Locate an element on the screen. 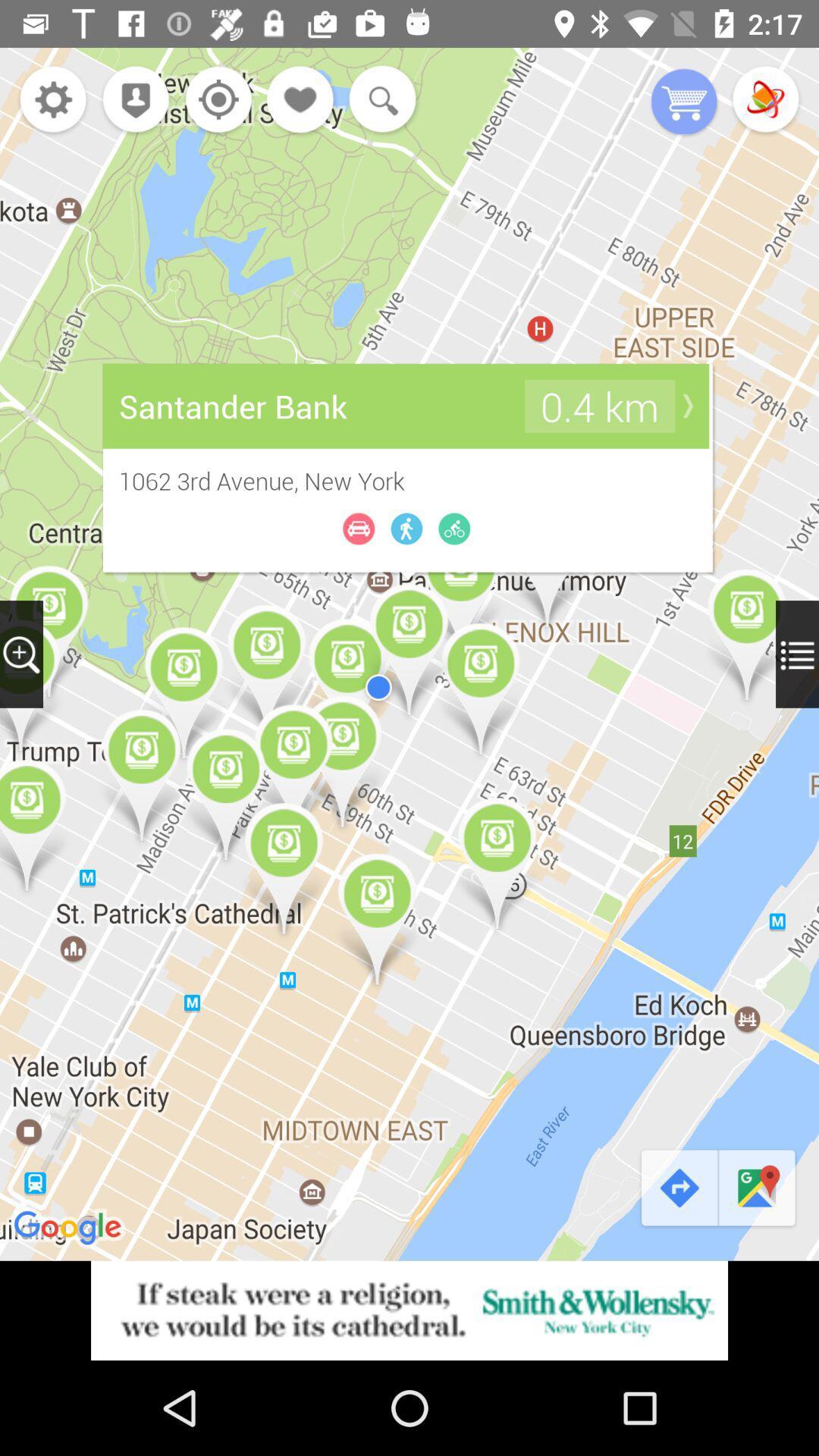 The width and height of the screenshot is (819, 1456). destination to favorites is located at coordinates (301, 100).